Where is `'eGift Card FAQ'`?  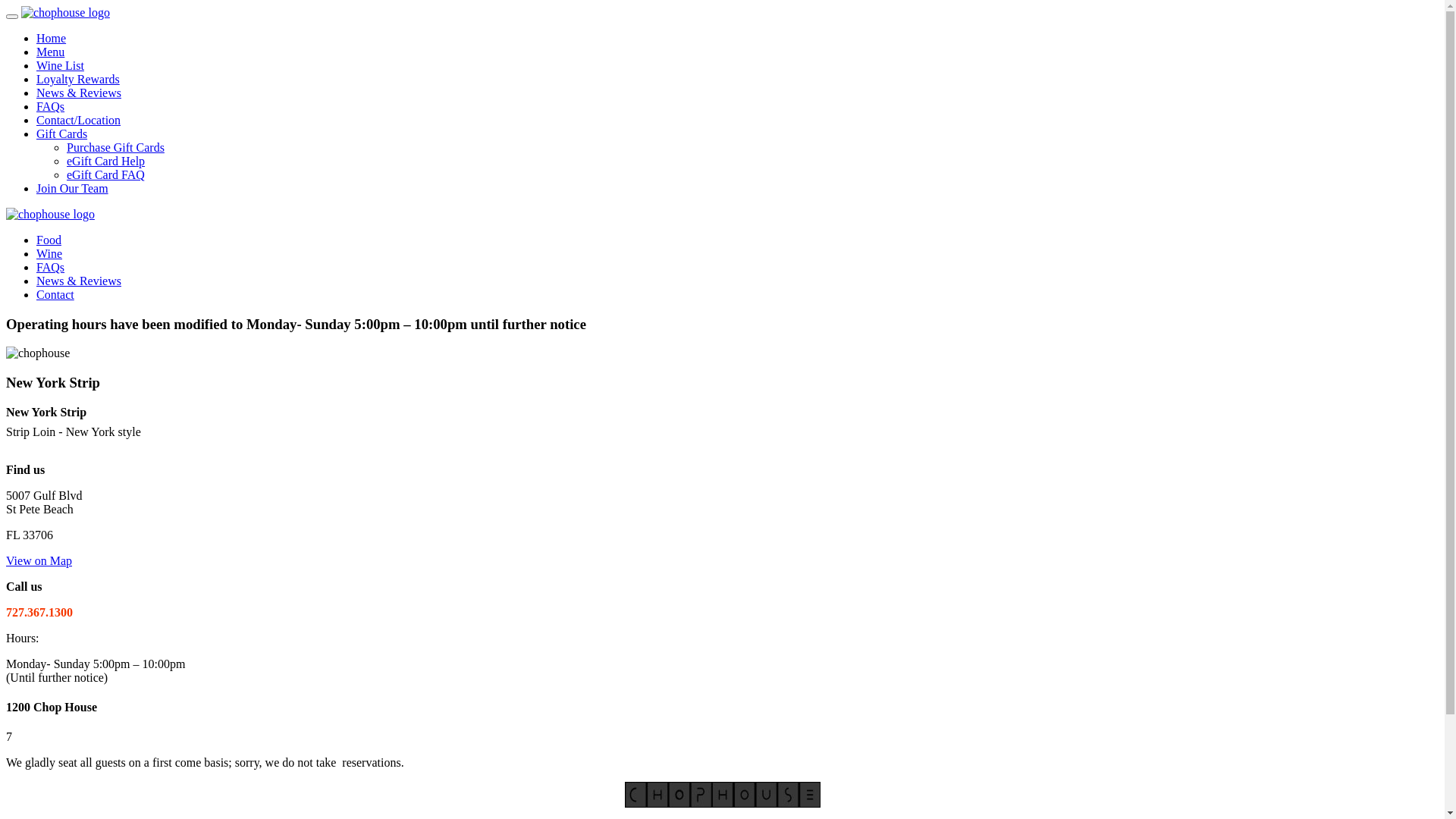 'eGift Card FAQ' is located at coordinates (105, 174).